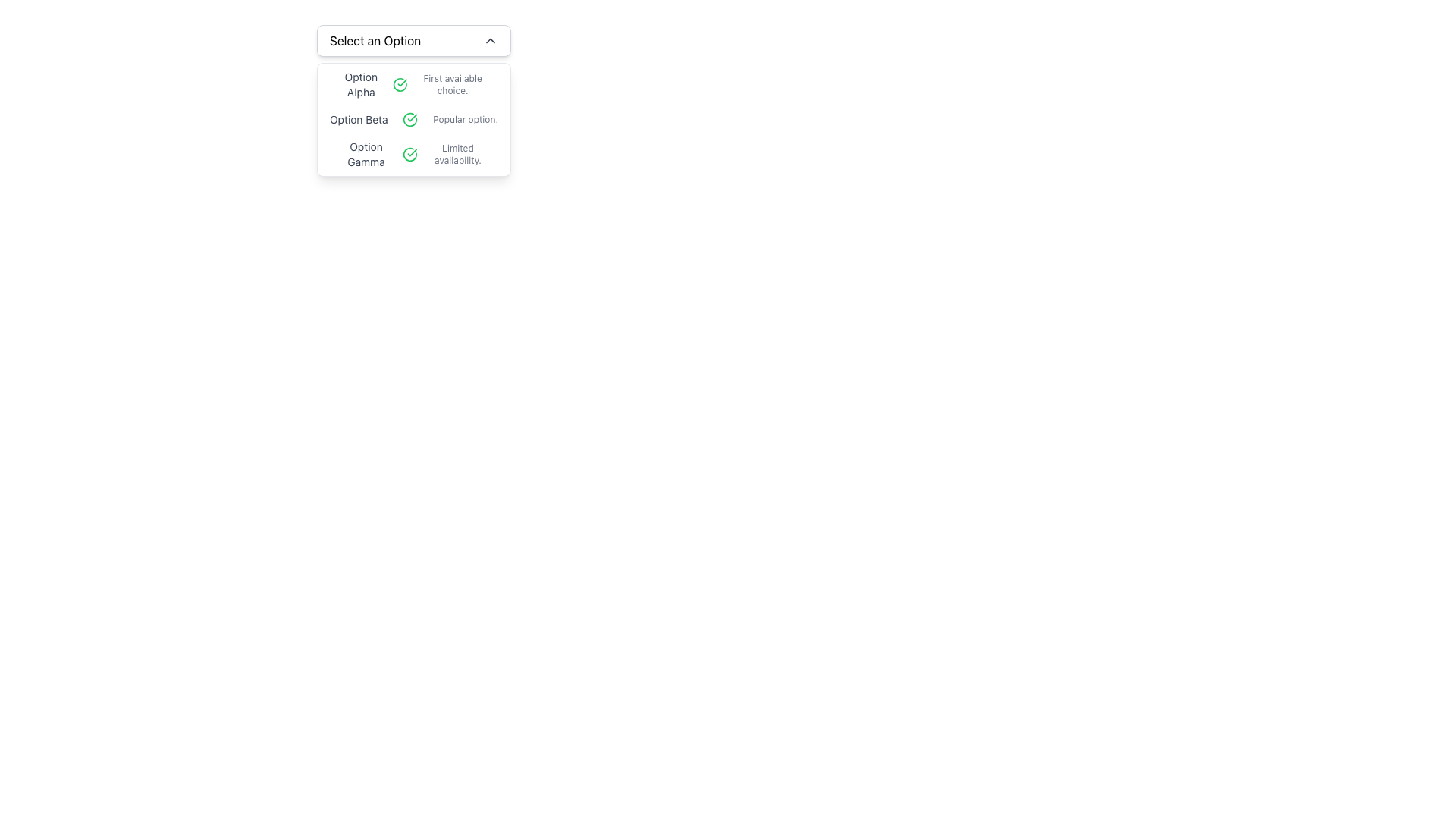 Image resolution: width=1456 pixels, height=819 pixels. I want to click on the status of the green circular icon with a checkmark inside, located to the right of the text 'Option Alpha' in the dropdown menu, so click(400, 84).